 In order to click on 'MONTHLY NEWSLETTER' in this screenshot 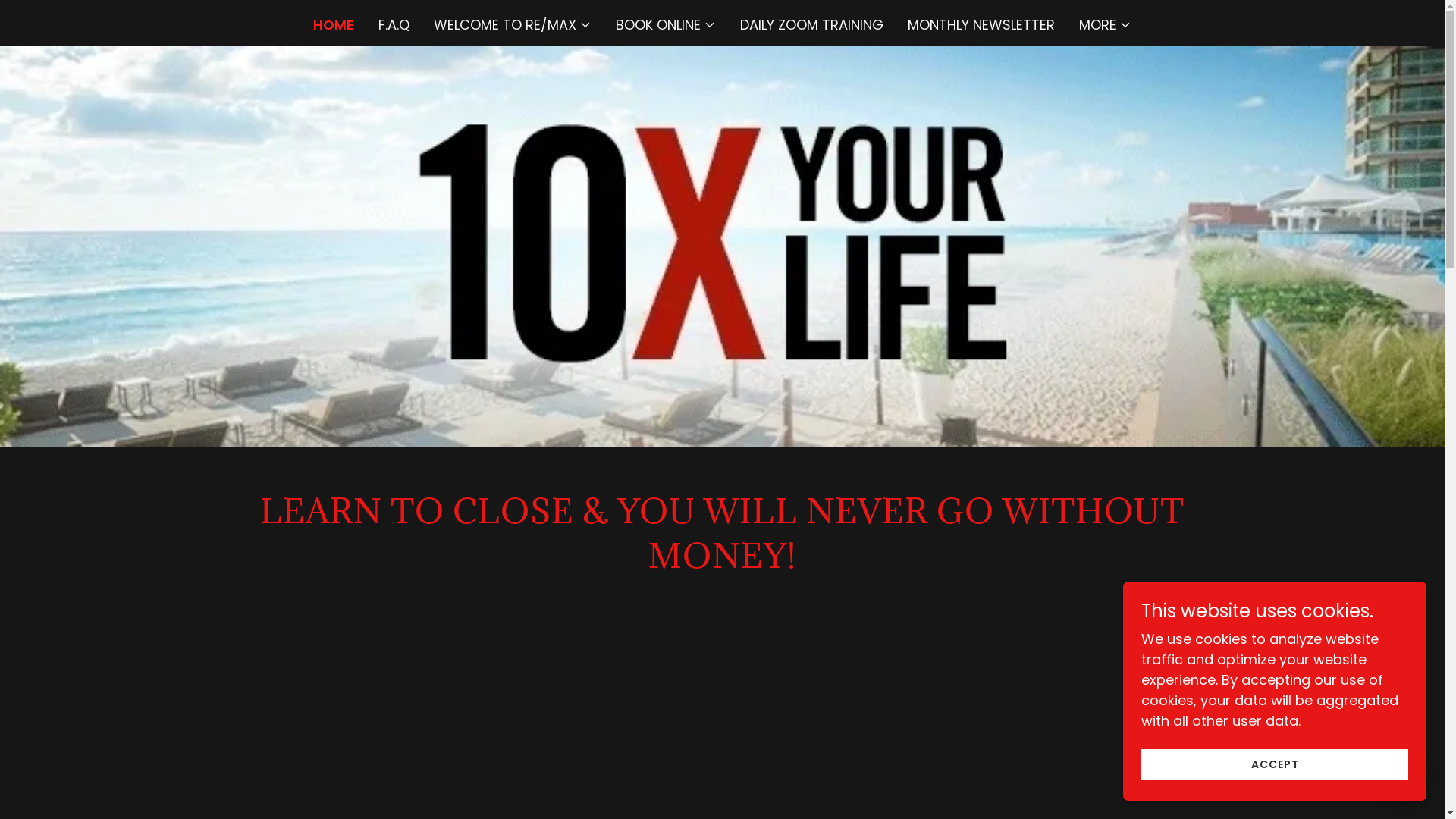, I will do `click(902, 25)`.